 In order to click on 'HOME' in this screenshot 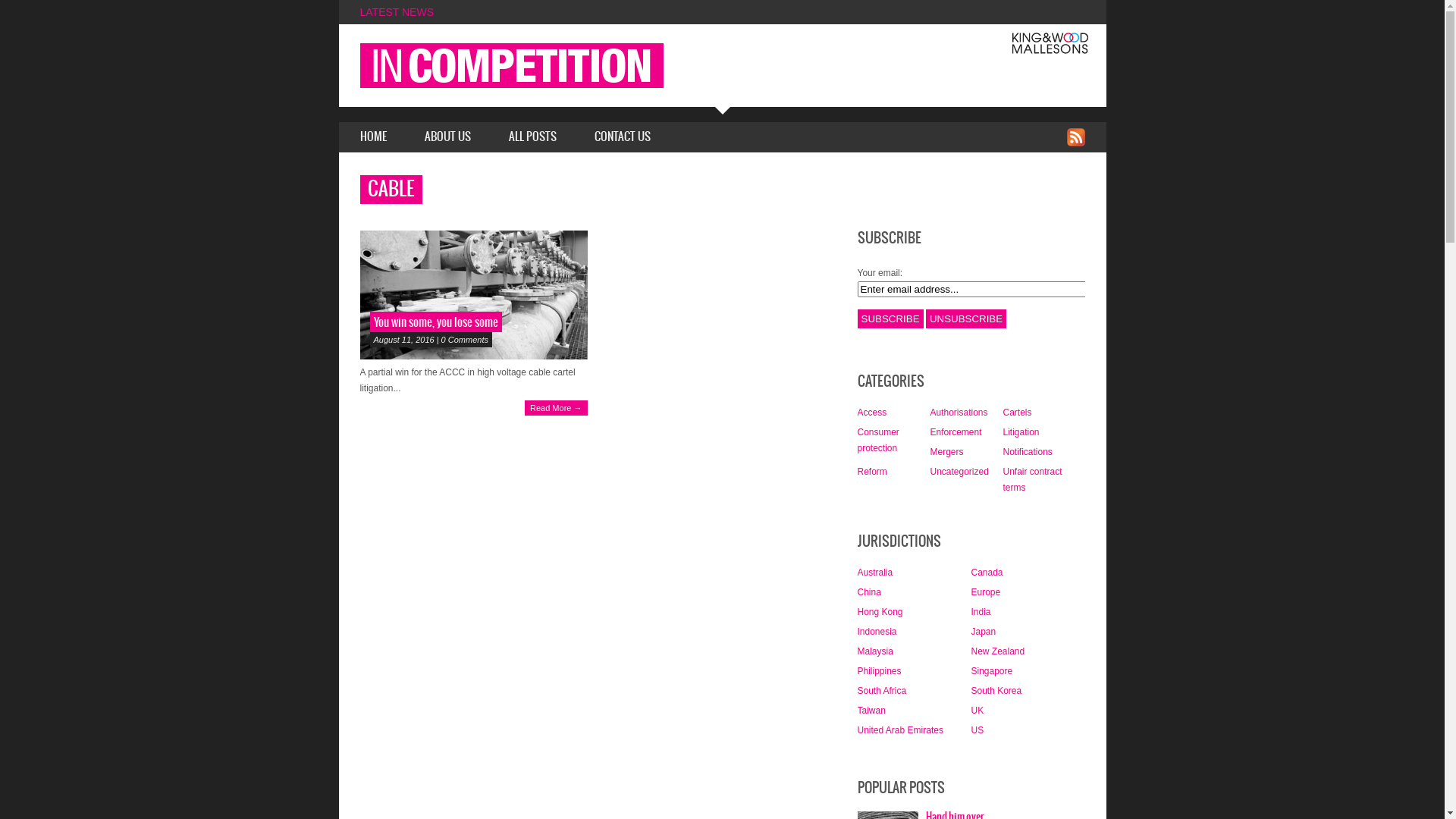, I will do `click(372, 137)`.